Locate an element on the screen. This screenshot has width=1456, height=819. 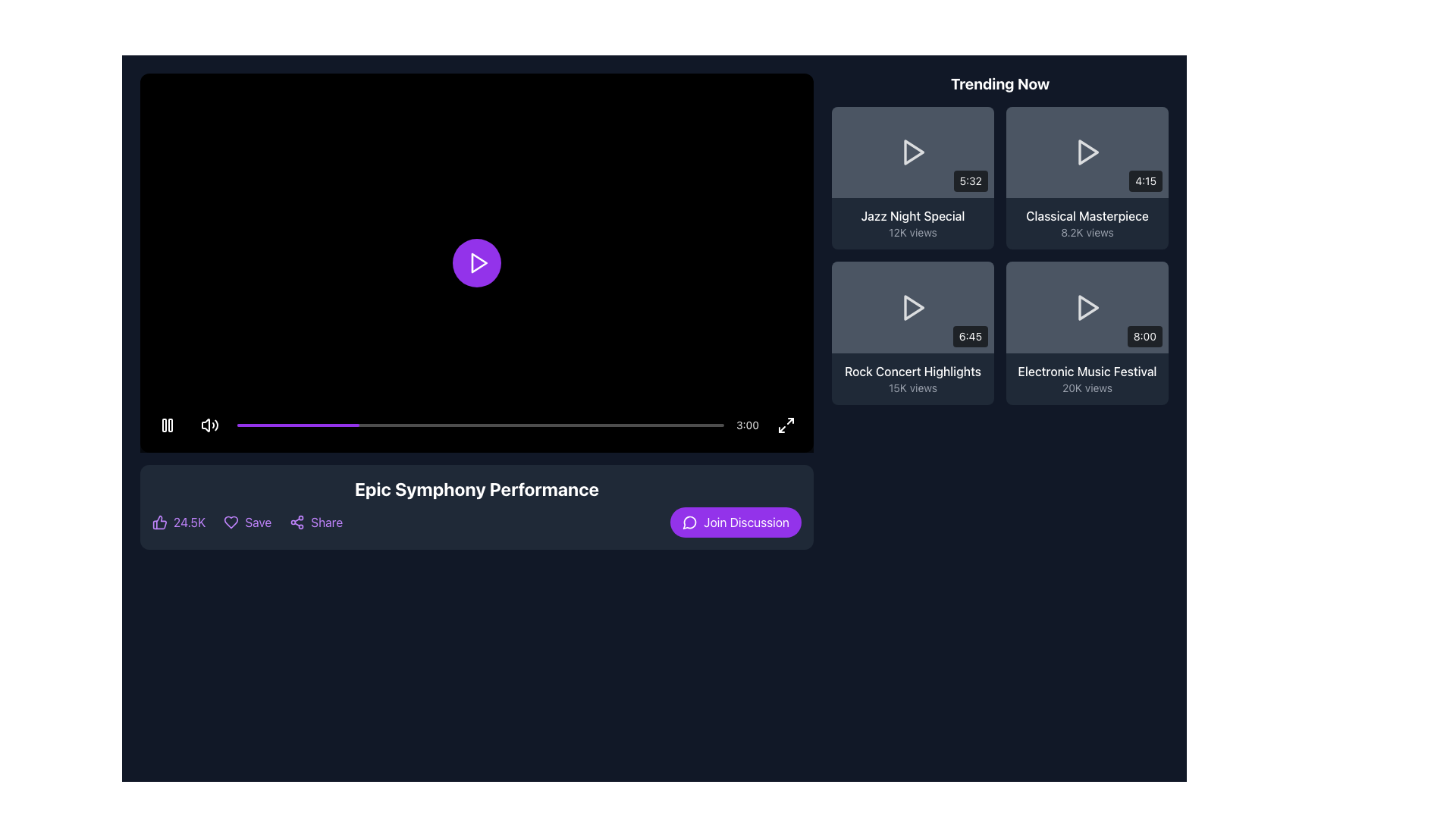
the thumbs-up icon located below the video section on the left side of the interface, which is styled with a line art design and positioned to the left of the text '24.5K' is located at coordinates (160, 521).